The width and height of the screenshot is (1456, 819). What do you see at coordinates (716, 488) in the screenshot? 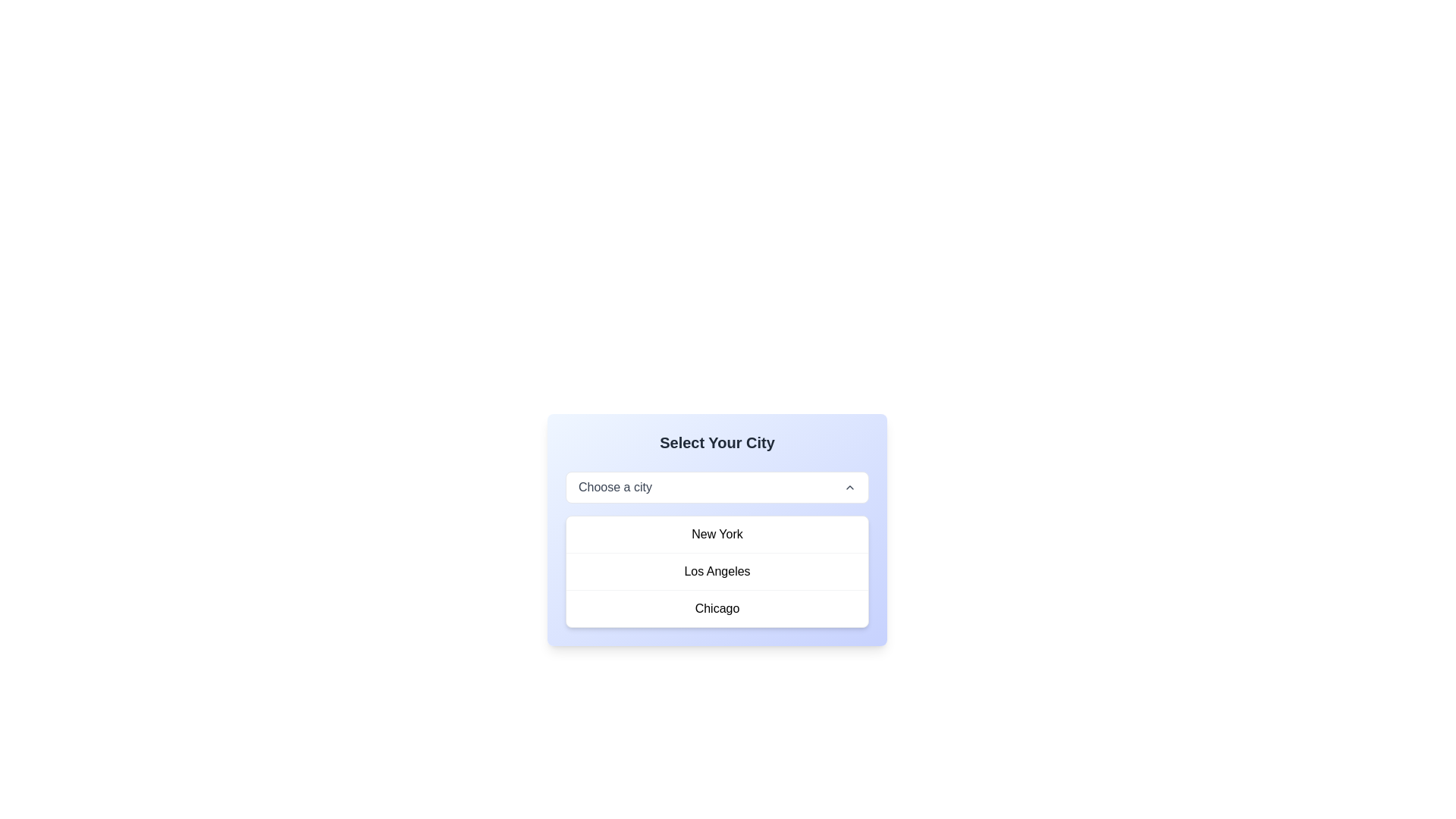
I see `the dropdown button located in the dialog box titled 'Select Your City'` at bounding box center [716, 488].